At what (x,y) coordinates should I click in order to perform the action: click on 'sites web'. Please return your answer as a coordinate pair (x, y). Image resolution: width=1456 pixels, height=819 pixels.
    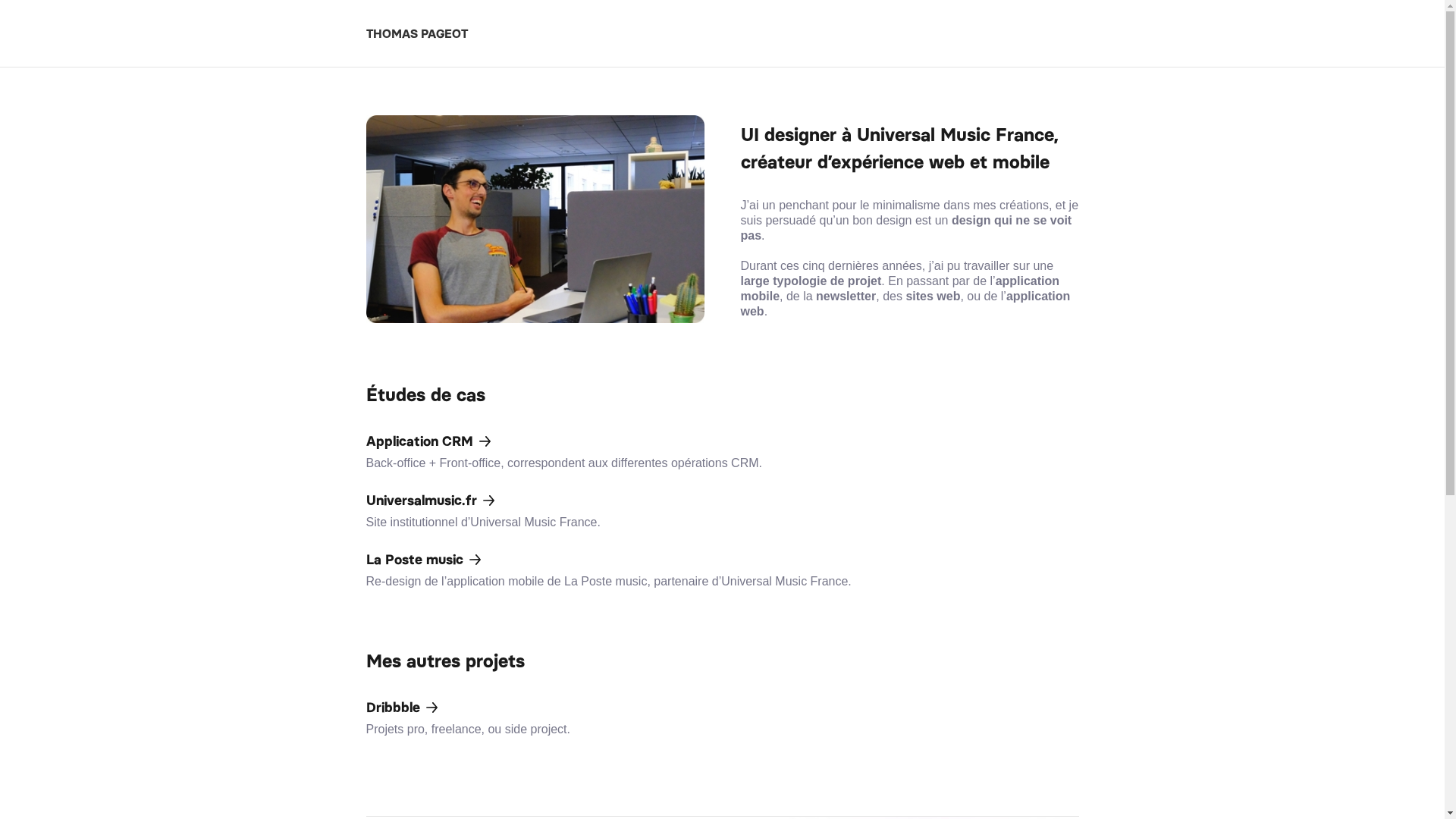
    Looking at the image, I should click on (931, 296).